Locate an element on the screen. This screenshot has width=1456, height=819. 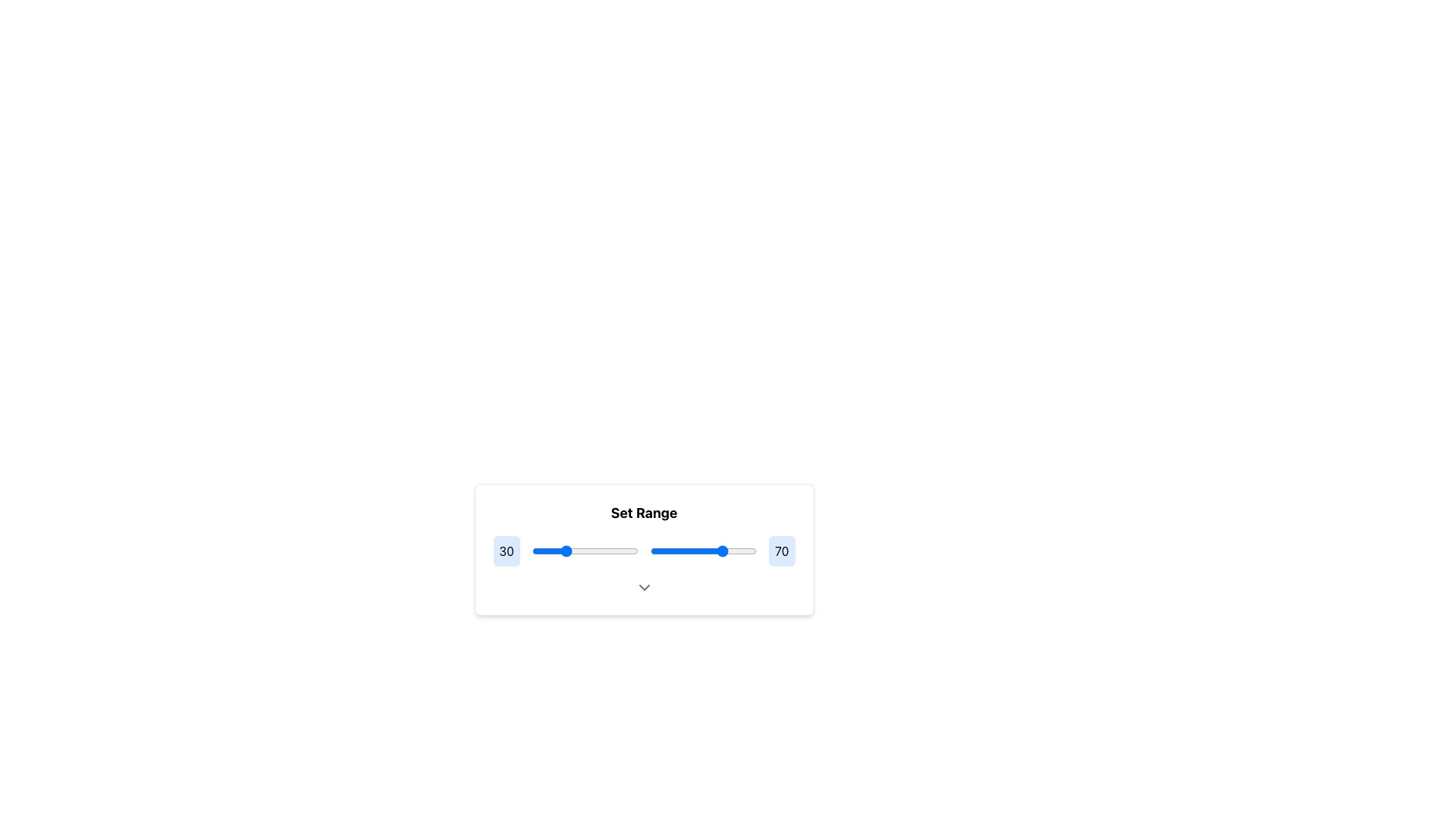
the slider value is located at coordinates (694, 551).